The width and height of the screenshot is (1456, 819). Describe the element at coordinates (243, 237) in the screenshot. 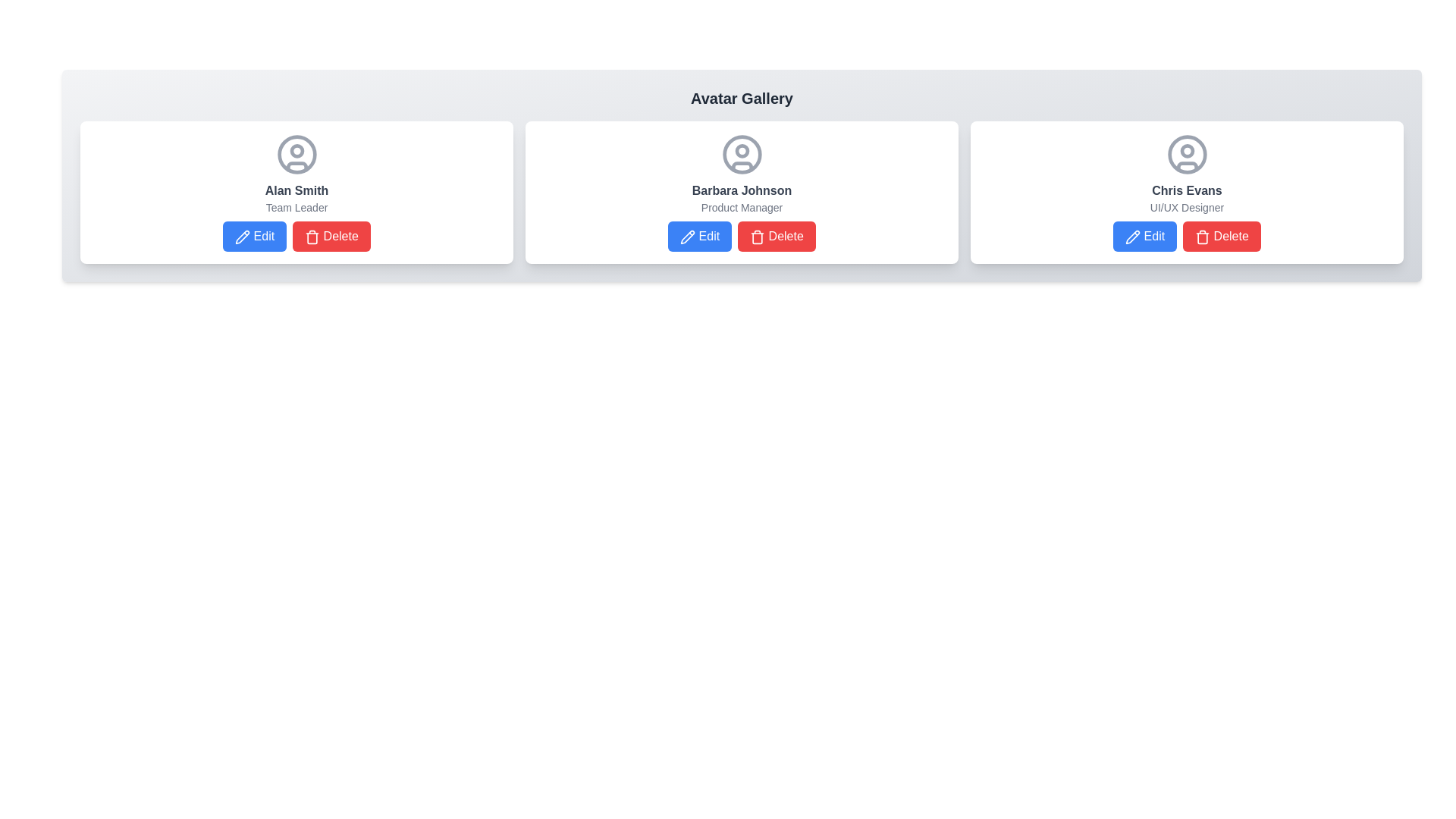

I see `the edit icon represented by a pen or pencil located within the 'Edit' button beneath 'Alan Smith'` at that location.